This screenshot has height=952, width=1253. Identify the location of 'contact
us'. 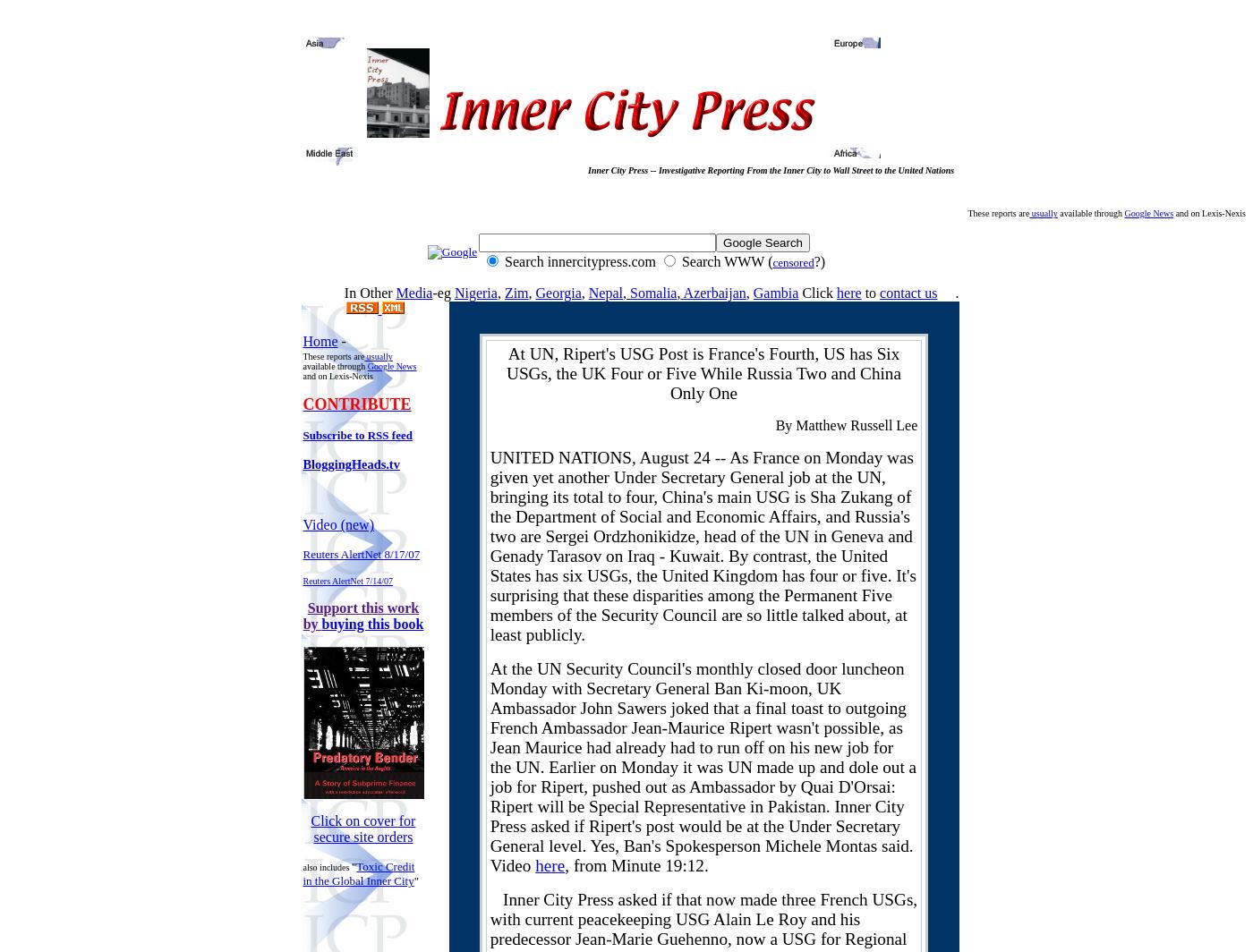
(908, 293).